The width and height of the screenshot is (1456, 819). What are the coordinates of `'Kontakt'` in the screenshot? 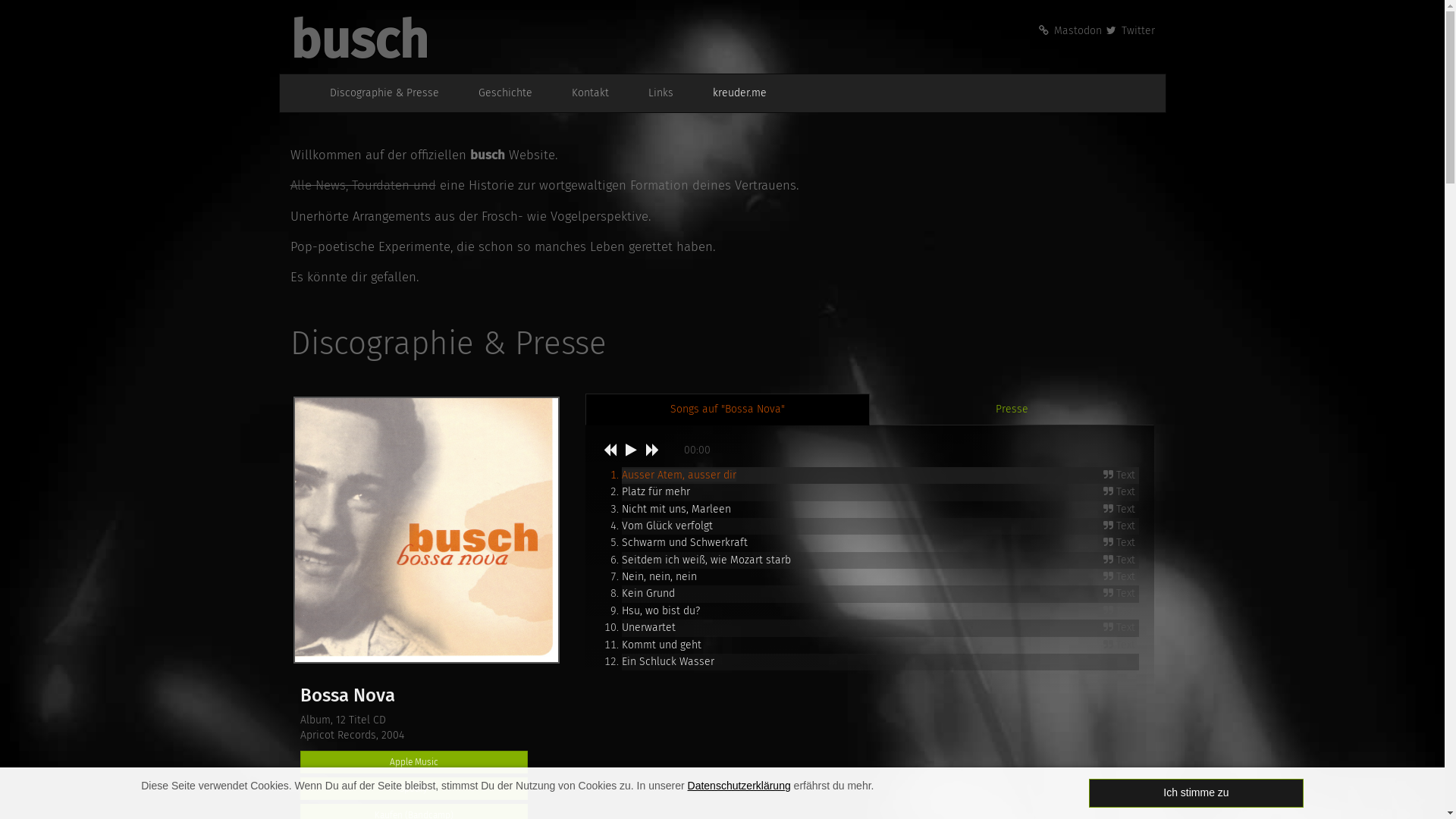 It's located at (581, 93).